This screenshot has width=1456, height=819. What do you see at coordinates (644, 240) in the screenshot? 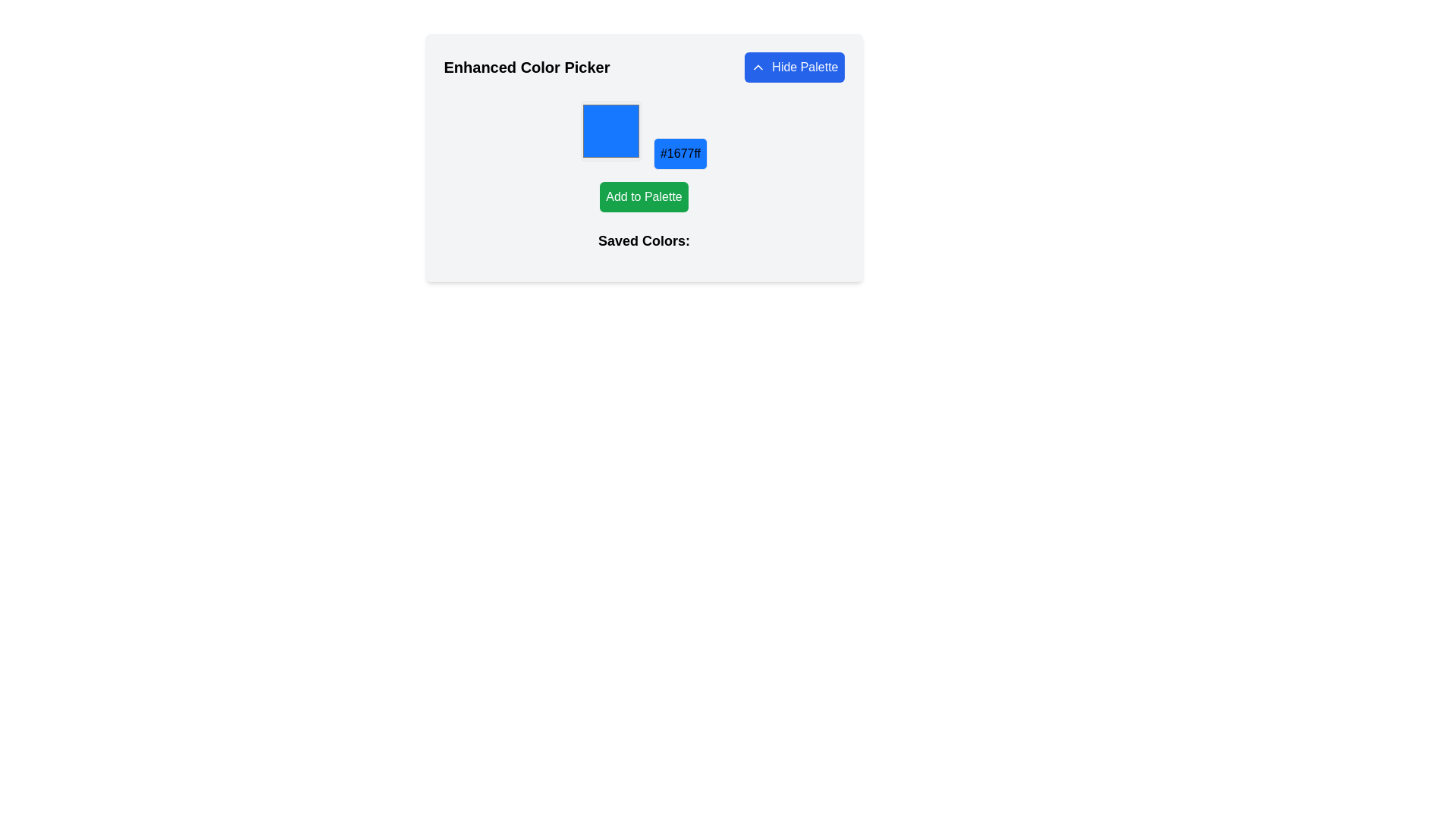
I see `the text label that serves as a heading for the section displaying saved colors, located near the lower part of the interface` at bounding box center [644, 240].